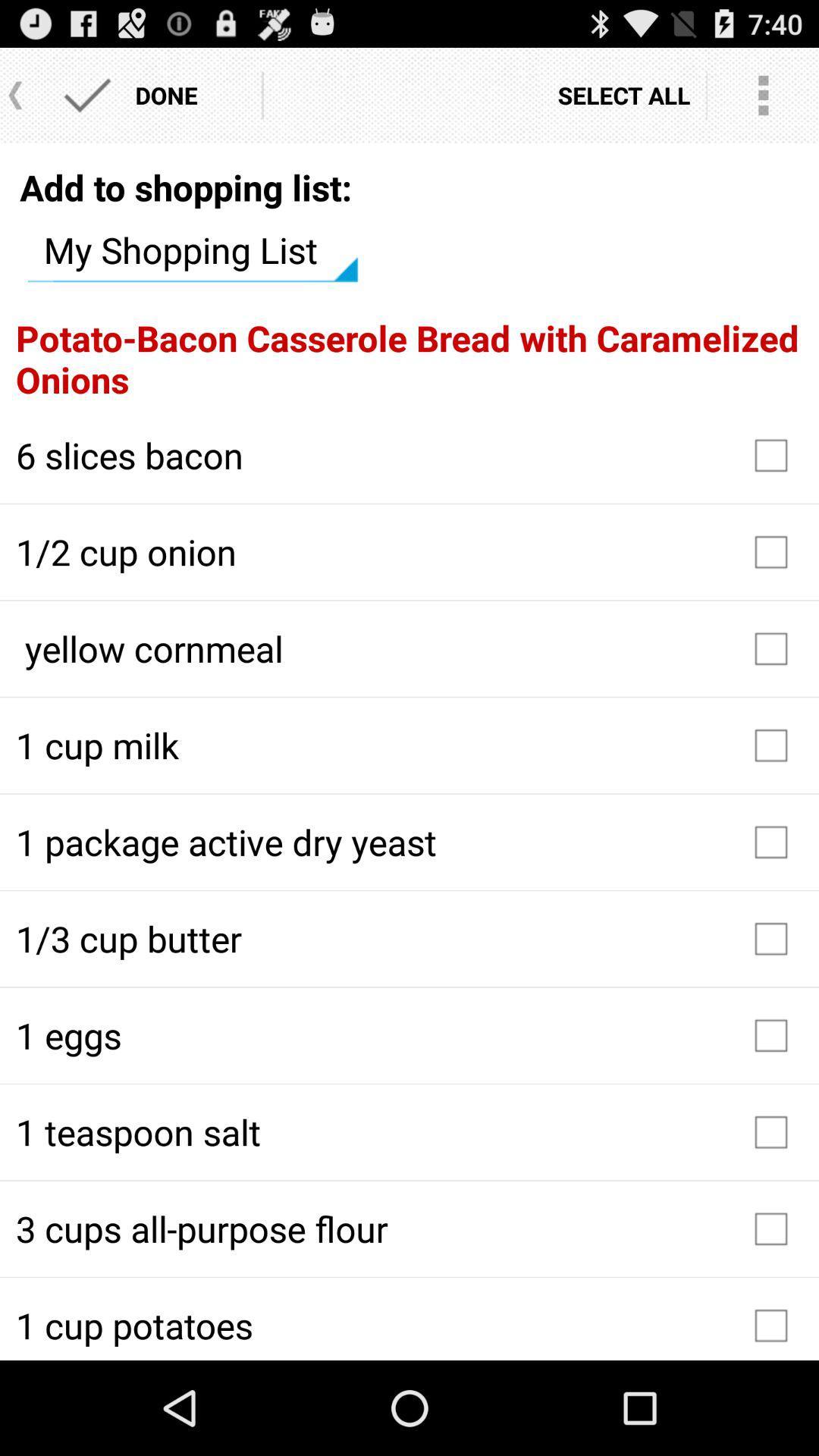 Image resolution: width=819 pixels, height=1456 pixels. Describe the element at coordinates (409, 1132) in the screenshot. I see `item above the 3 cups all icon` at that location.